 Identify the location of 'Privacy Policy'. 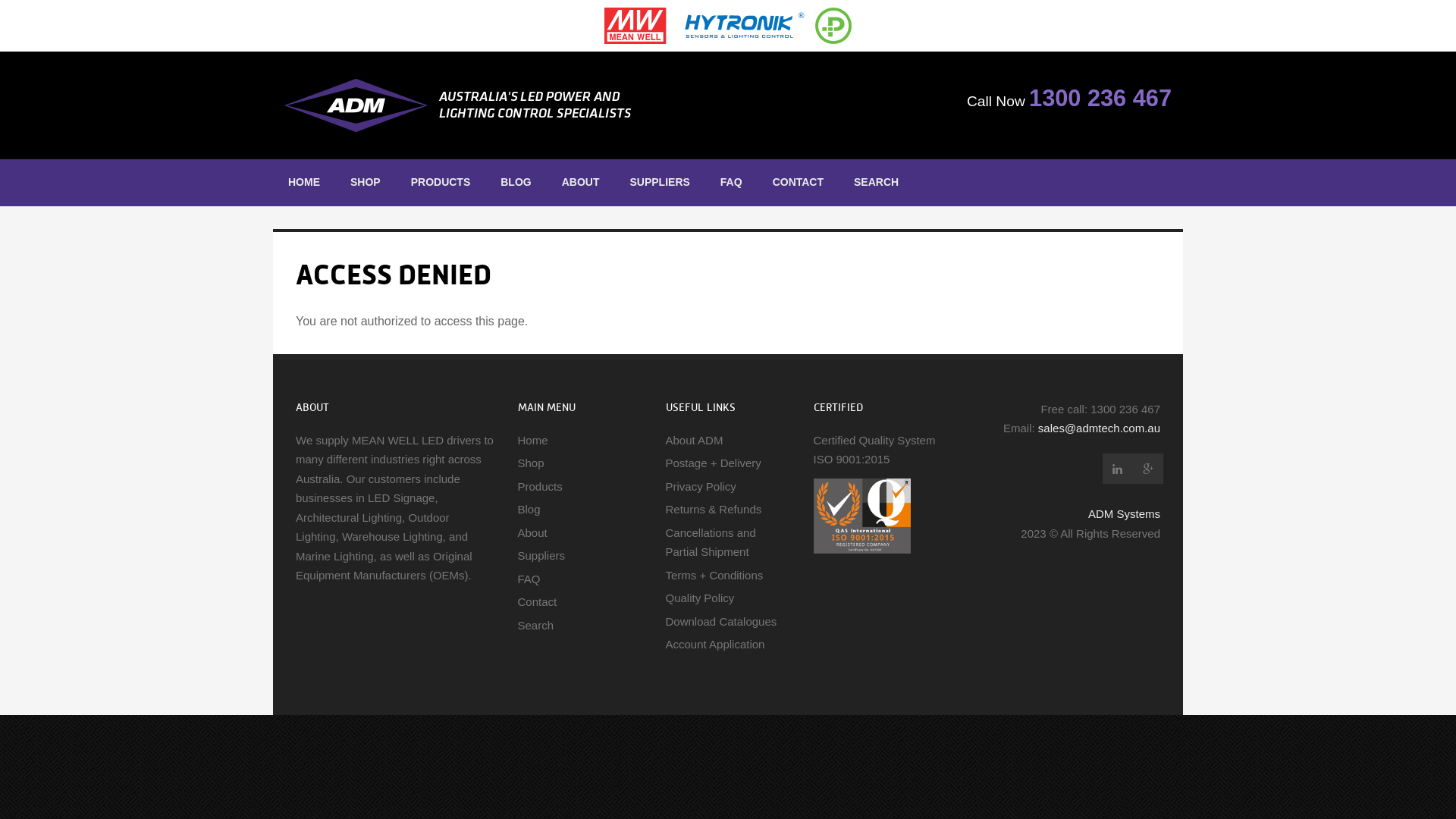
(700, 486).